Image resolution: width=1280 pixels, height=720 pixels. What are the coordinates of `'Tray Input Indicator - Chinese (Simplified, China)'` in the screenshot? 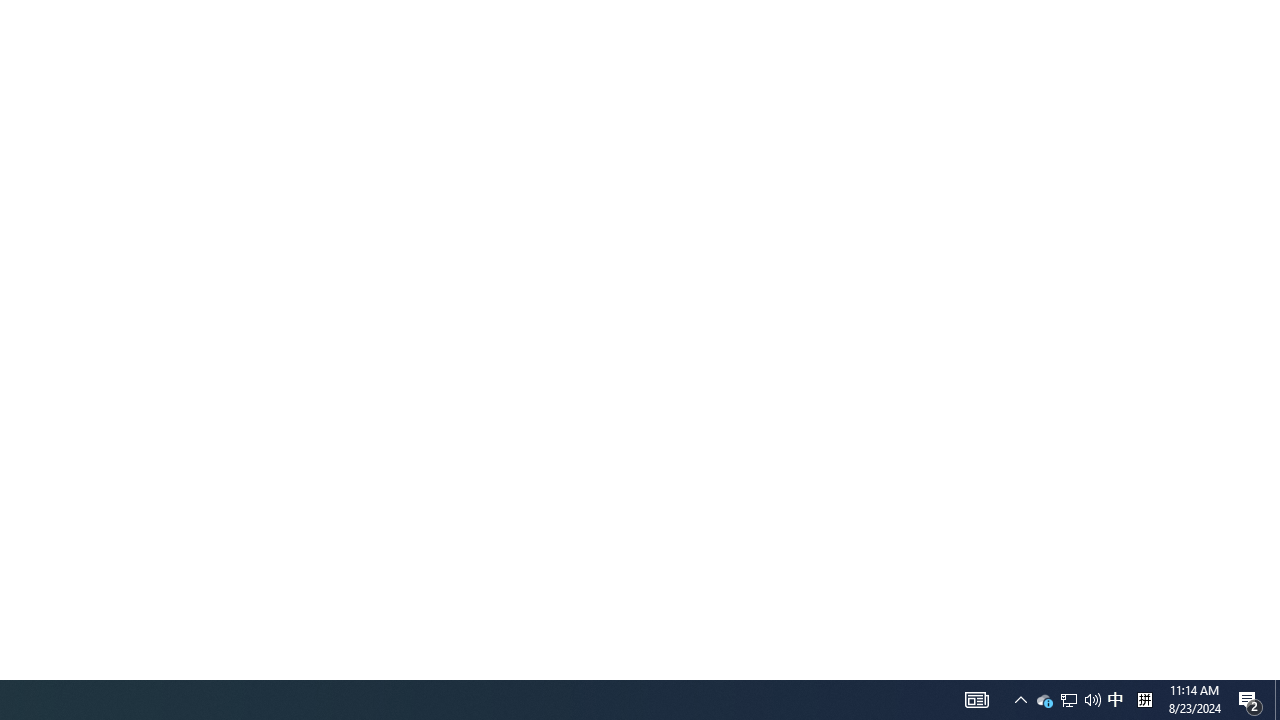 It's located at (1144, 698).